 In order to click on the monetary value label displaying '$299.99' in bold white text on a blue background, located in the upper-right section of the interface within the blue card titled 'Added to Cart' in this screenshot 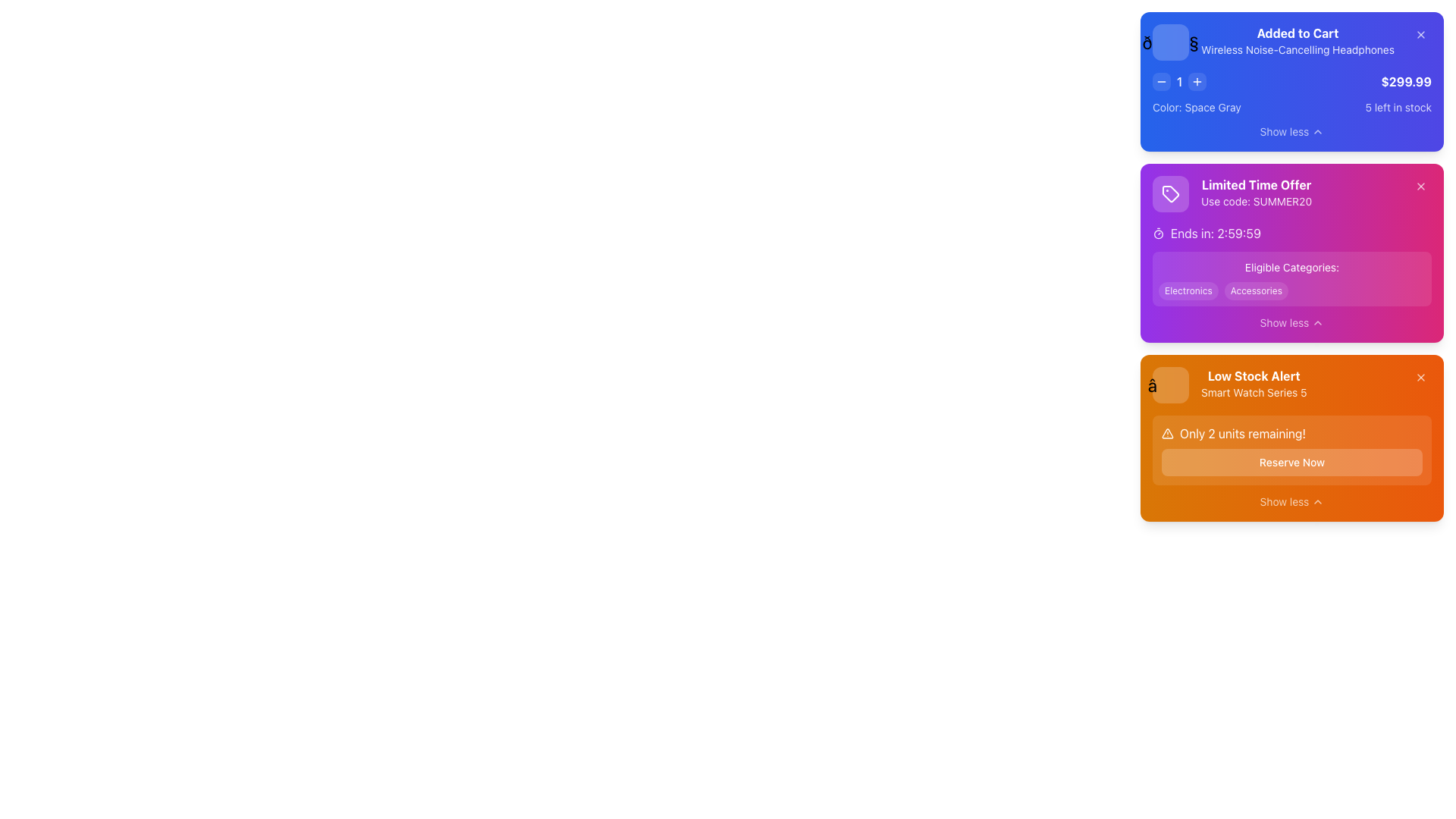, I will do `click(1405, 82)`.